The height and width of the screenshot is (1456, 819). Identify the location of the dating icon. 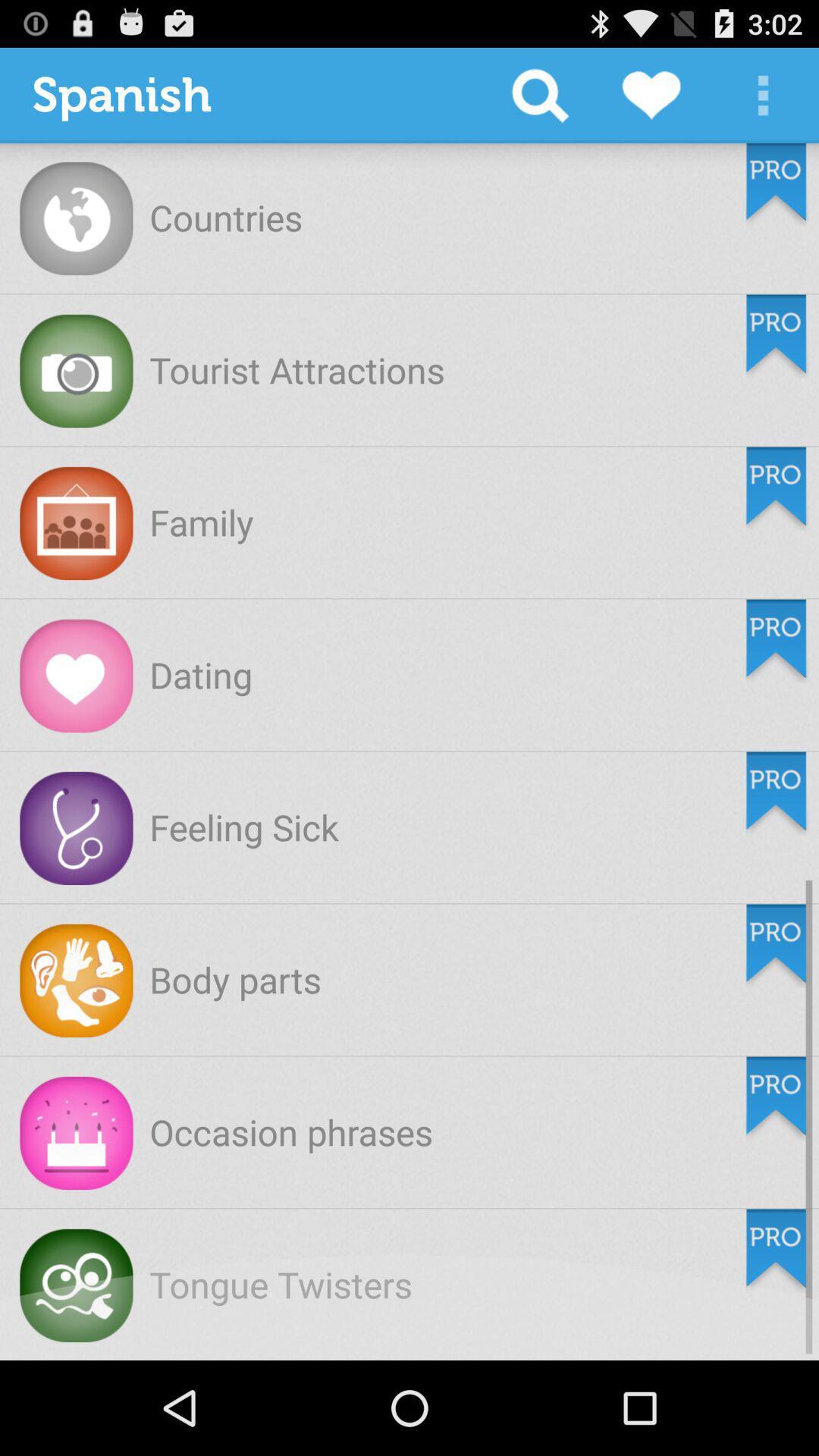
(200, 673).